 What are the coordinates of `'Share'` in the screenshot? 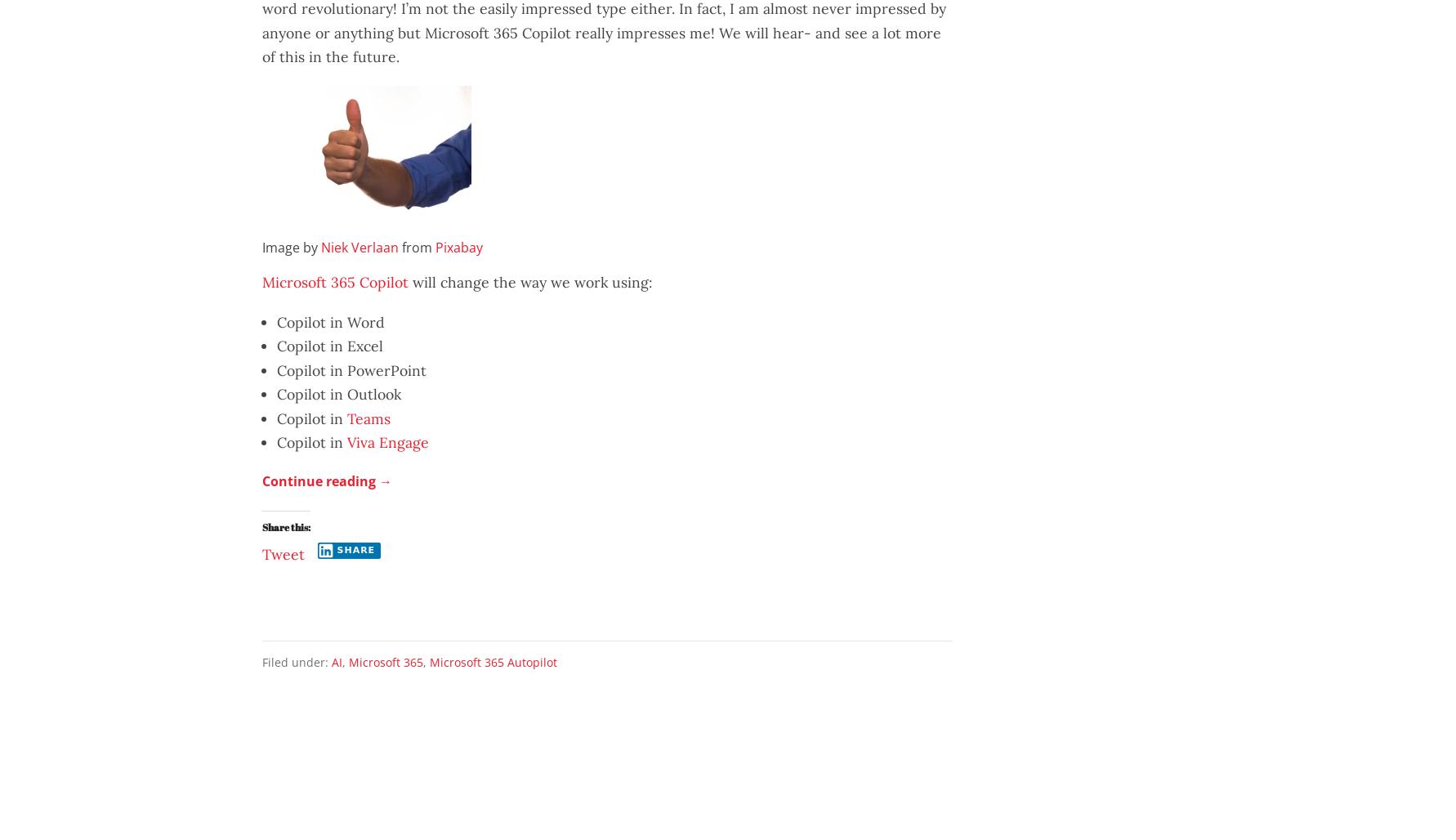 It's located at (355, 550).